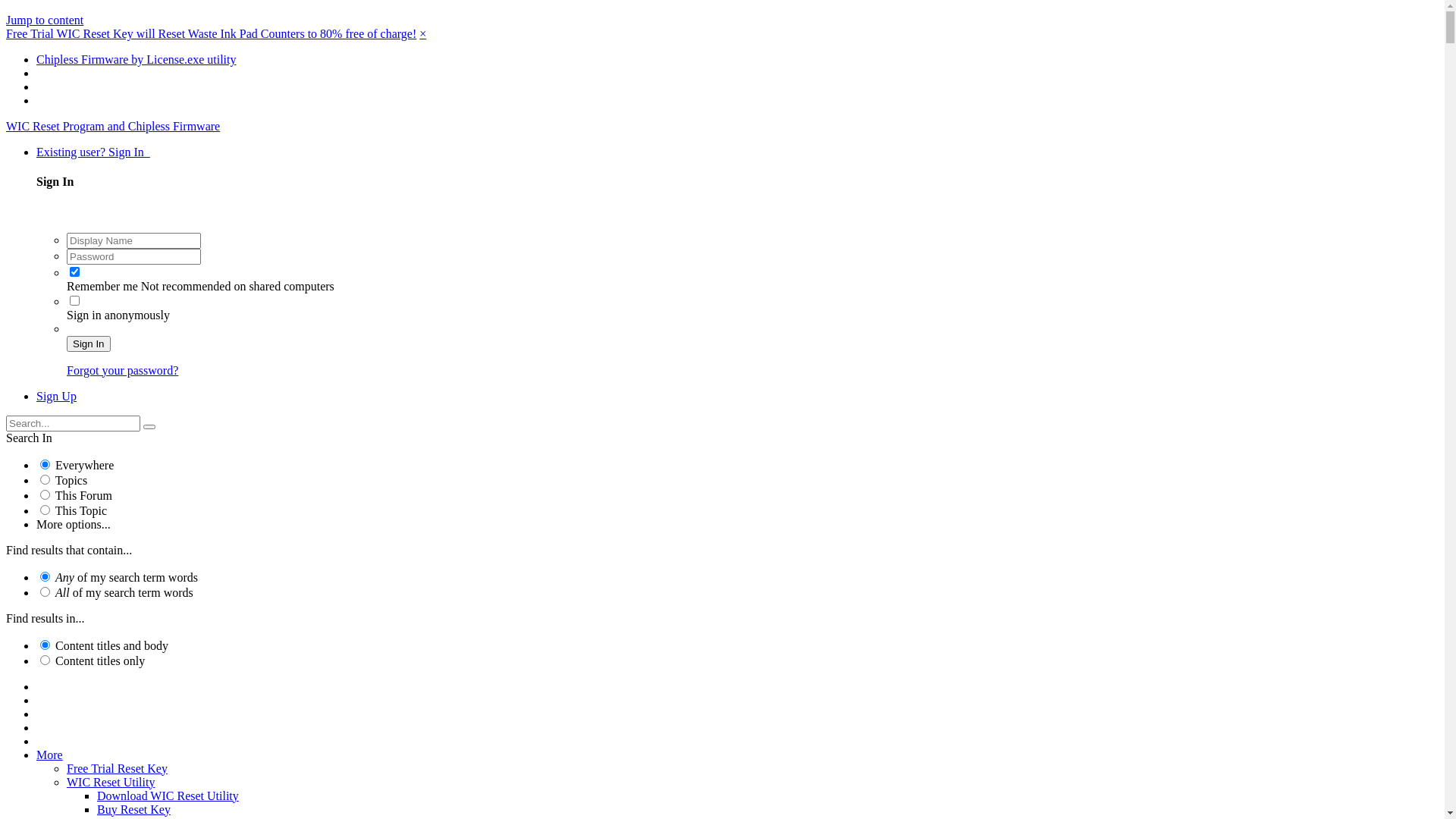 Image resolution: width=1456 pixels, height=819 pixels. I want to click on 'Chipless Firmware by License.exe utility', so click(136, 58).